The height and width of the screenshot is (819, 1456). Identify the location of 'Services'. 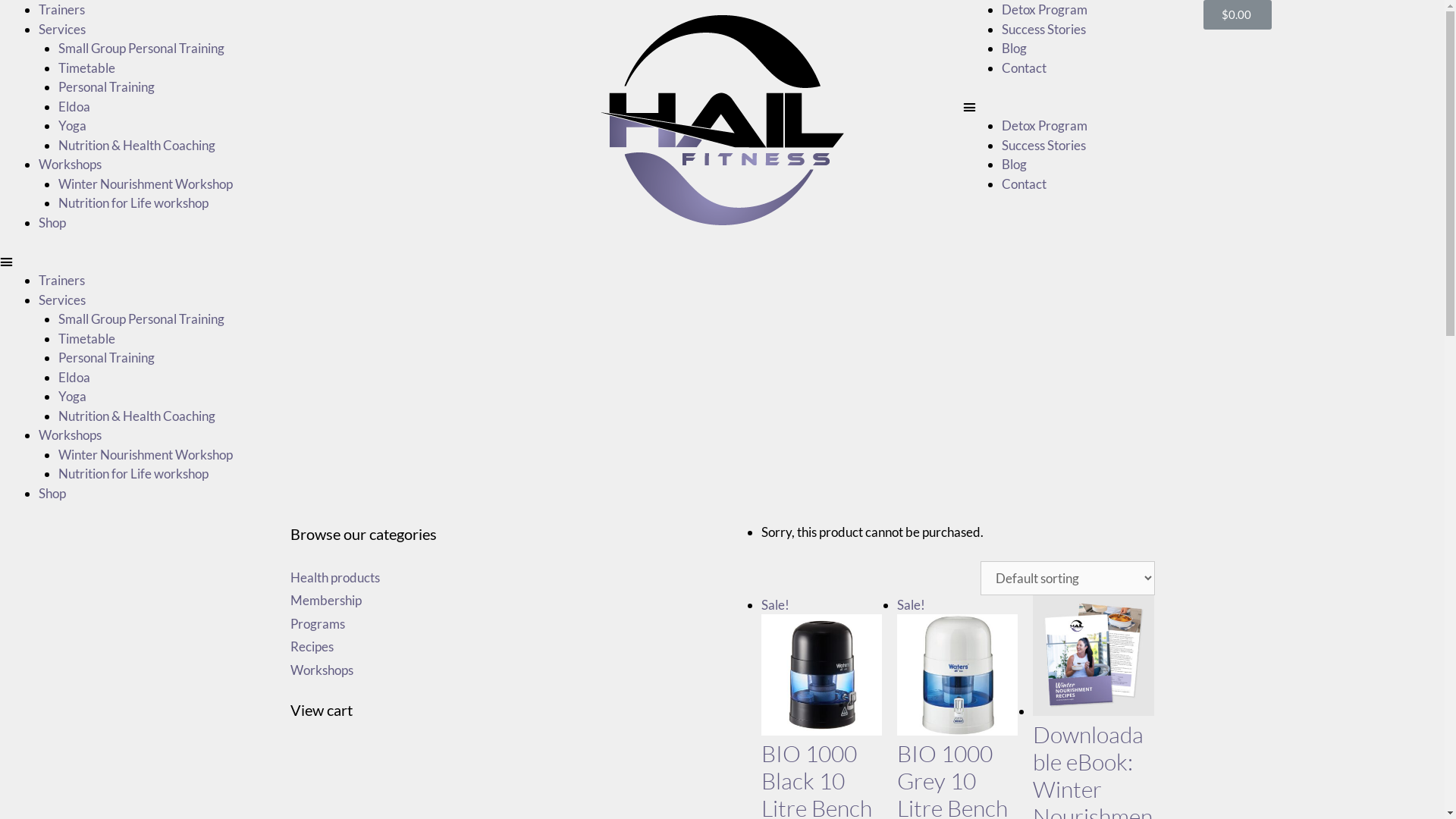
(61, 29).